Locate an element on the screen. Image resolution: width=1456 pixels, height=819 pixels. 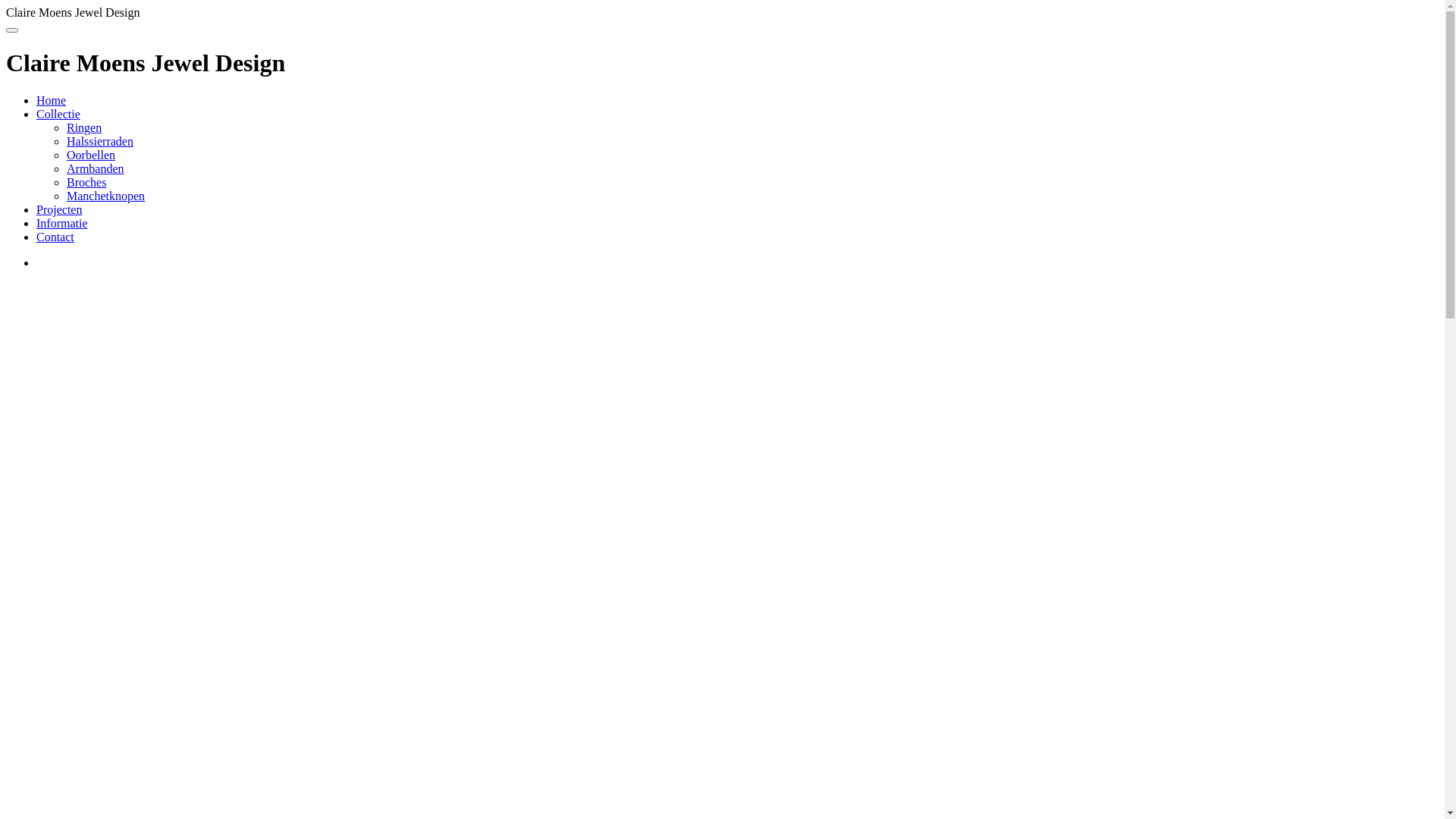
'Ringen' is located at coordinates (65, 127).